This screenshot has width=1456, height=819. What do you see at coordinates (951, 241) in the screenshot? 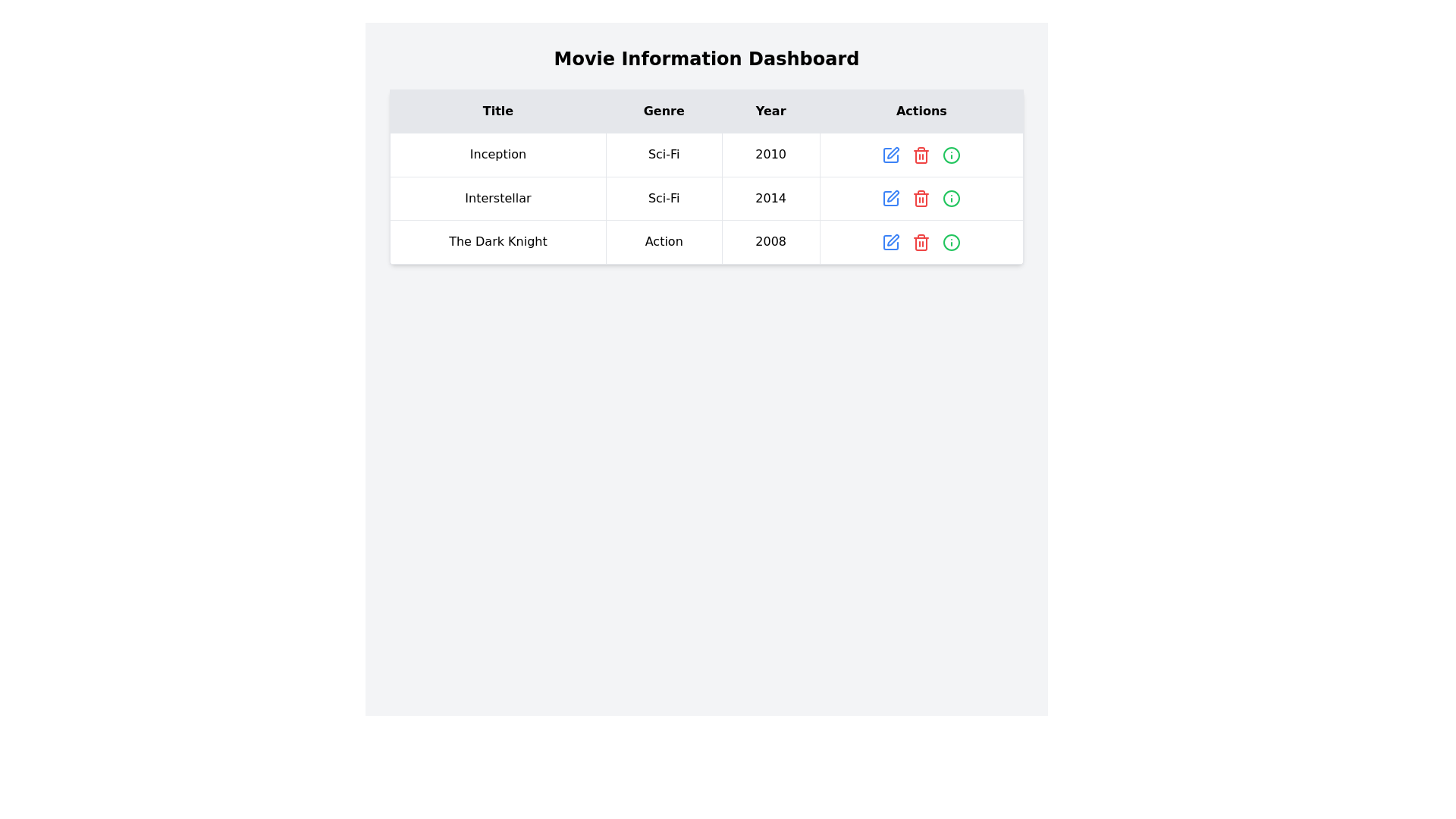
I see `the indicator icon located in the bottom-most row of the table within the 'Actions' column, which is the last icon in a sequence of three icons` at bounding box center [951, 241].